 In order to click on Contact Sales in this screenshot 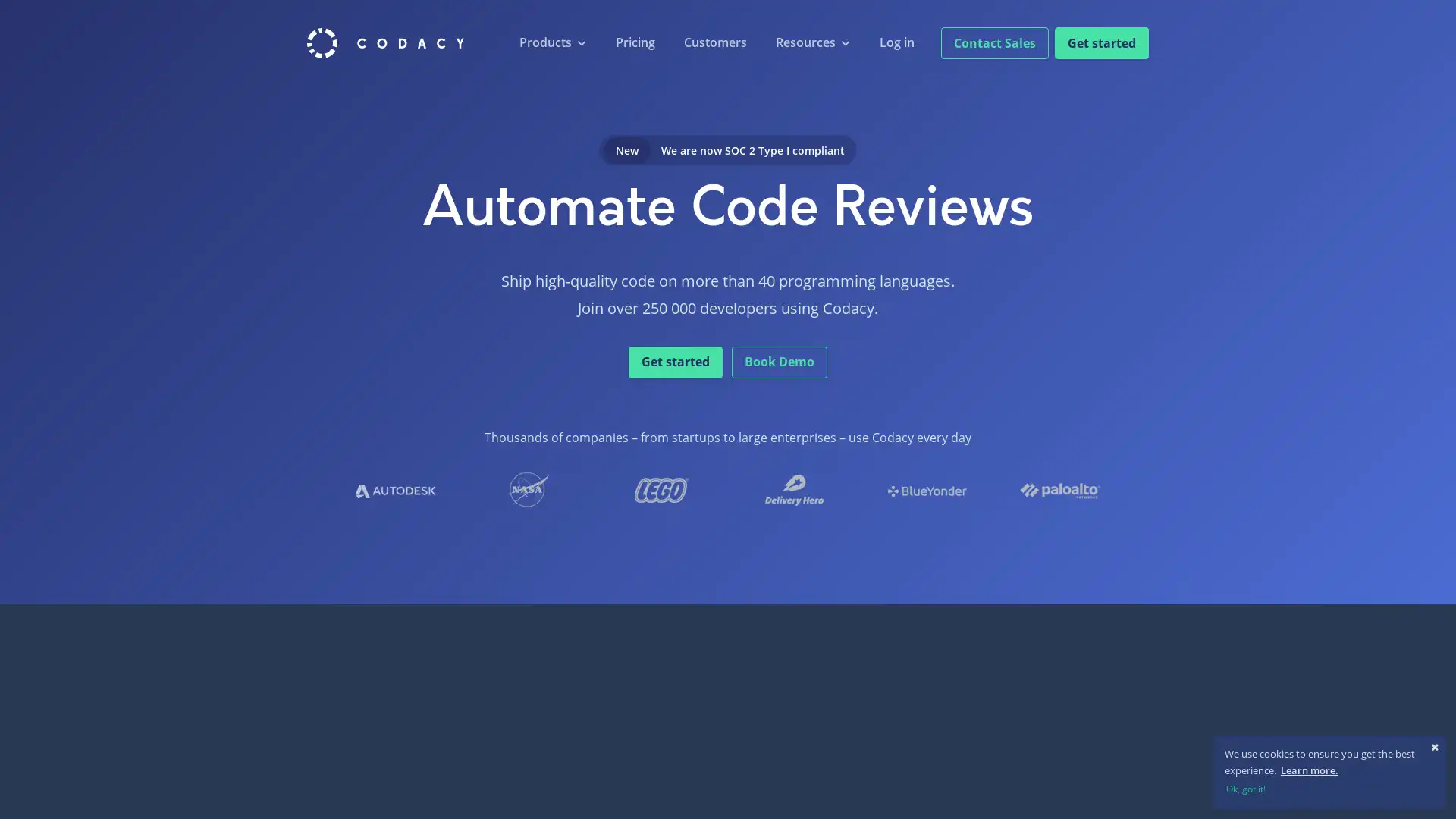, I will do `click(994, 42)`.